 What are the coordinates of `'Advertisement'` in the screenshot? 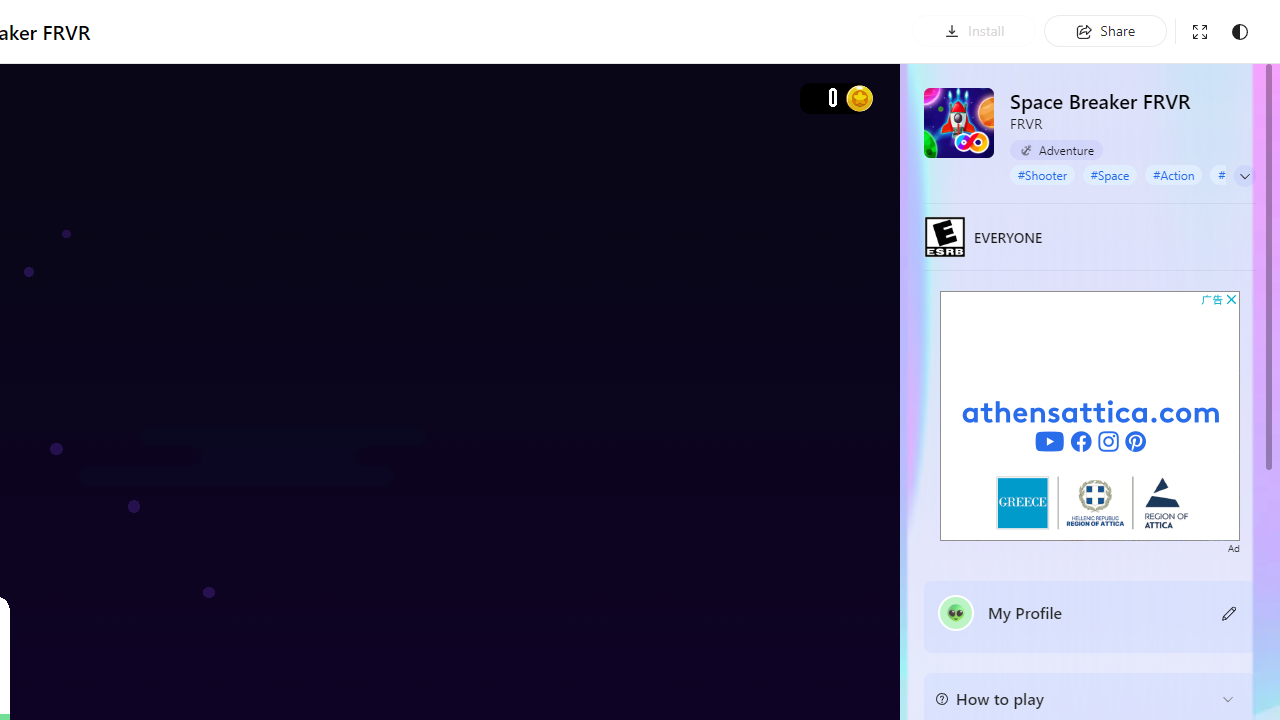 It's located at (1088, 414).